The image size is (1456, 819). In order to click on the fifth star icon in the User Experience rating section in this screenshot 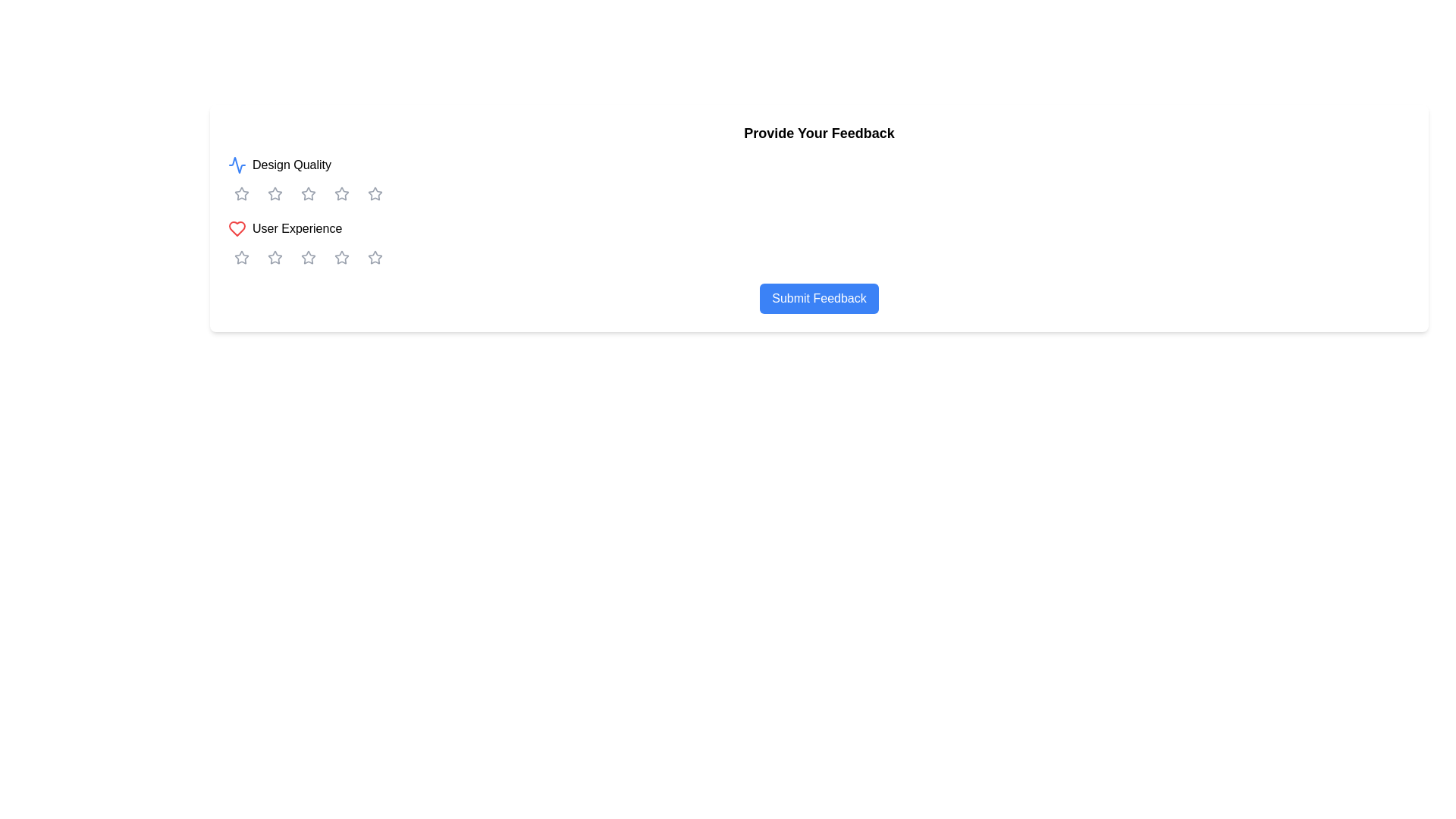, I will do `click(375, 256)`.